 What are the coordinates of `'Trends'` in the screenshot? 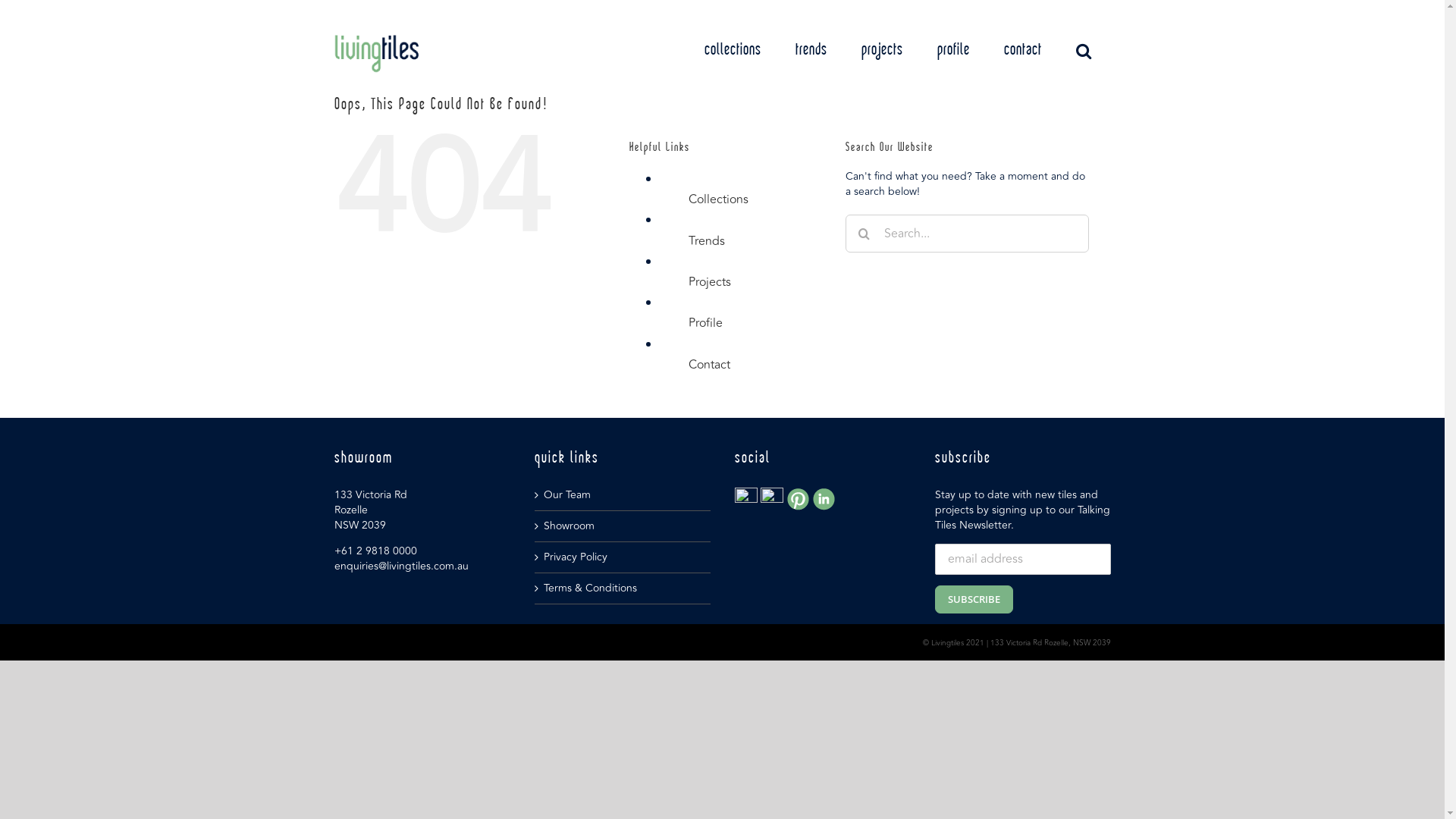 It's located at (705, 240).